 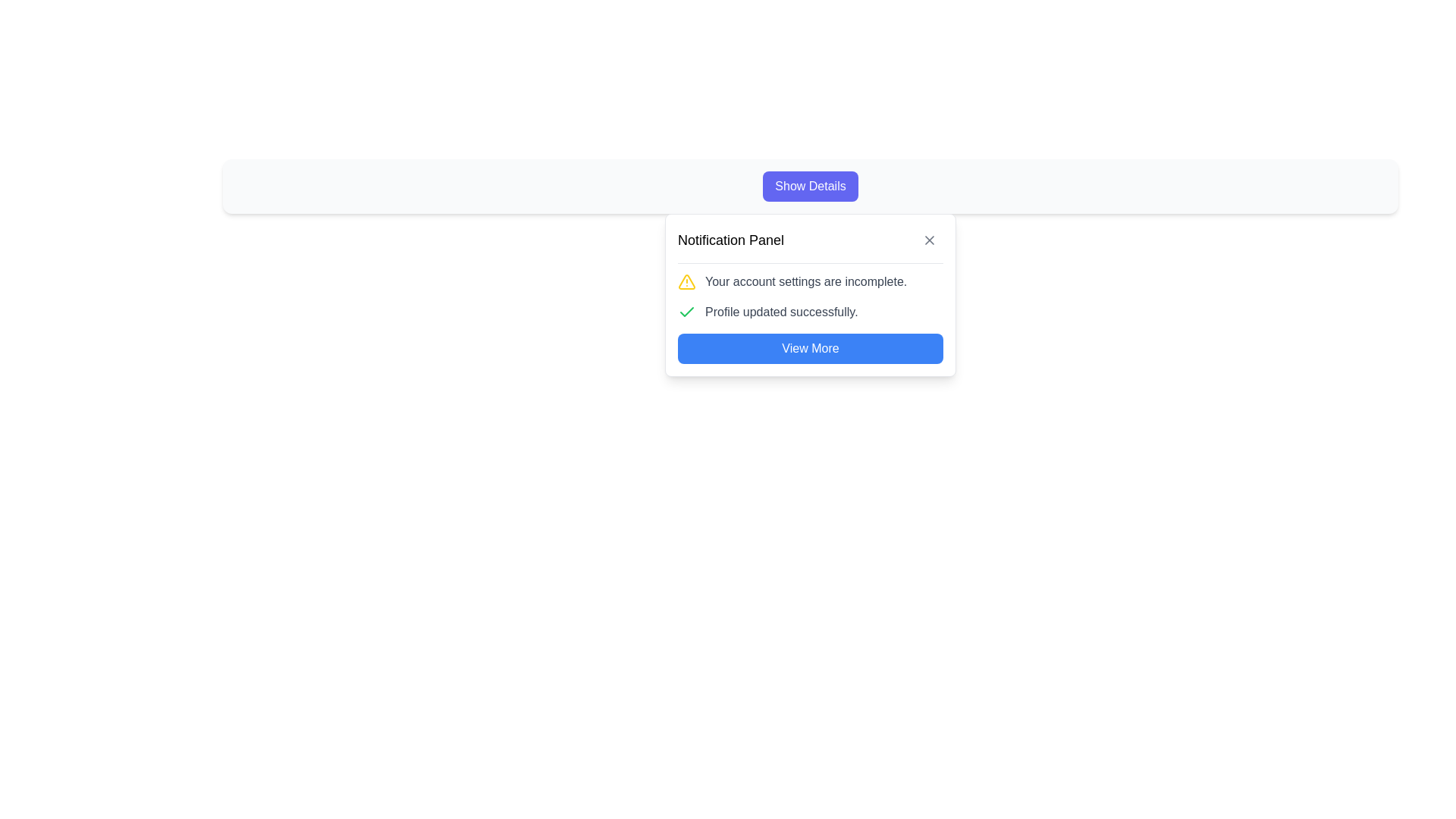 What do you see at coordinates (810, 312) in the screenshot?
I see `notification message indicating that the user's profile has been updated successfully, which is the second message in the notification panel located below the message about account settings` at bounding box center [810, 312].